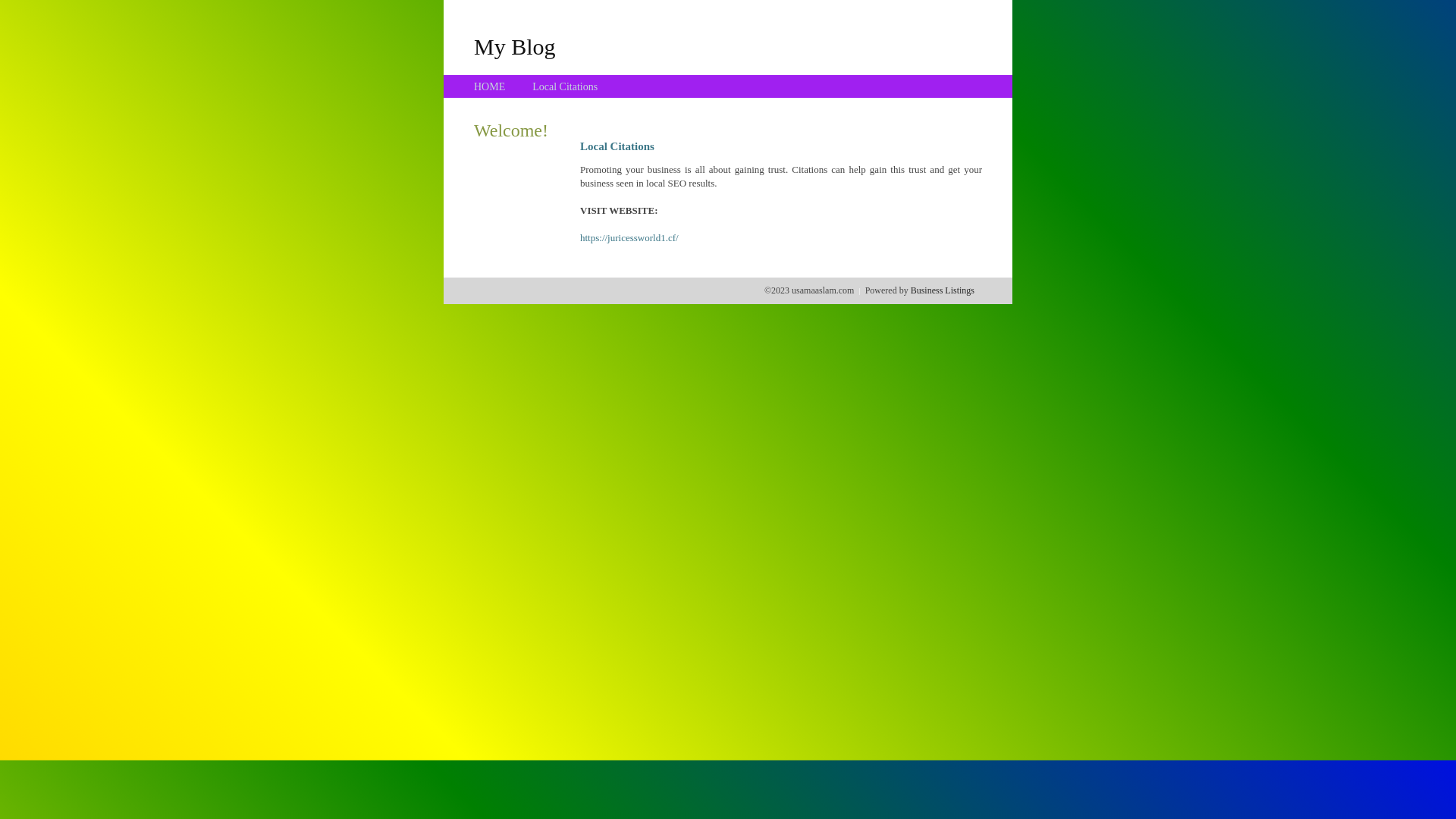 The width and height of the screenshot is (1456, 819). Describe the element at coordinates (629, 237) in the screenshot. I see `'https://juricessworld1.cf/'` at that location.